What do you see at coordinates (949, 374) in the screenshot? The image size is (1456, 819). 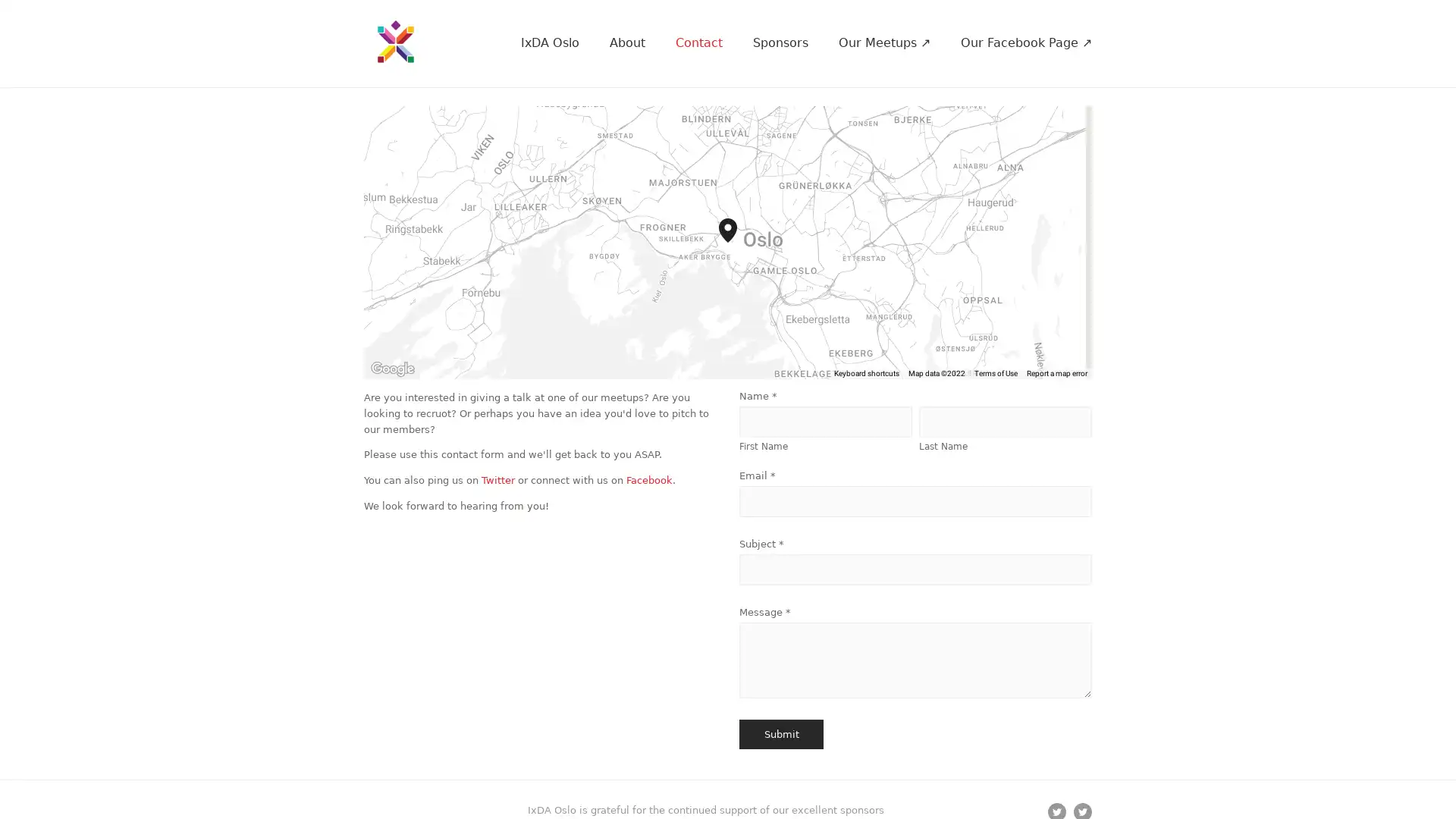 I see `Map Data` at bounding box center [949, 374].